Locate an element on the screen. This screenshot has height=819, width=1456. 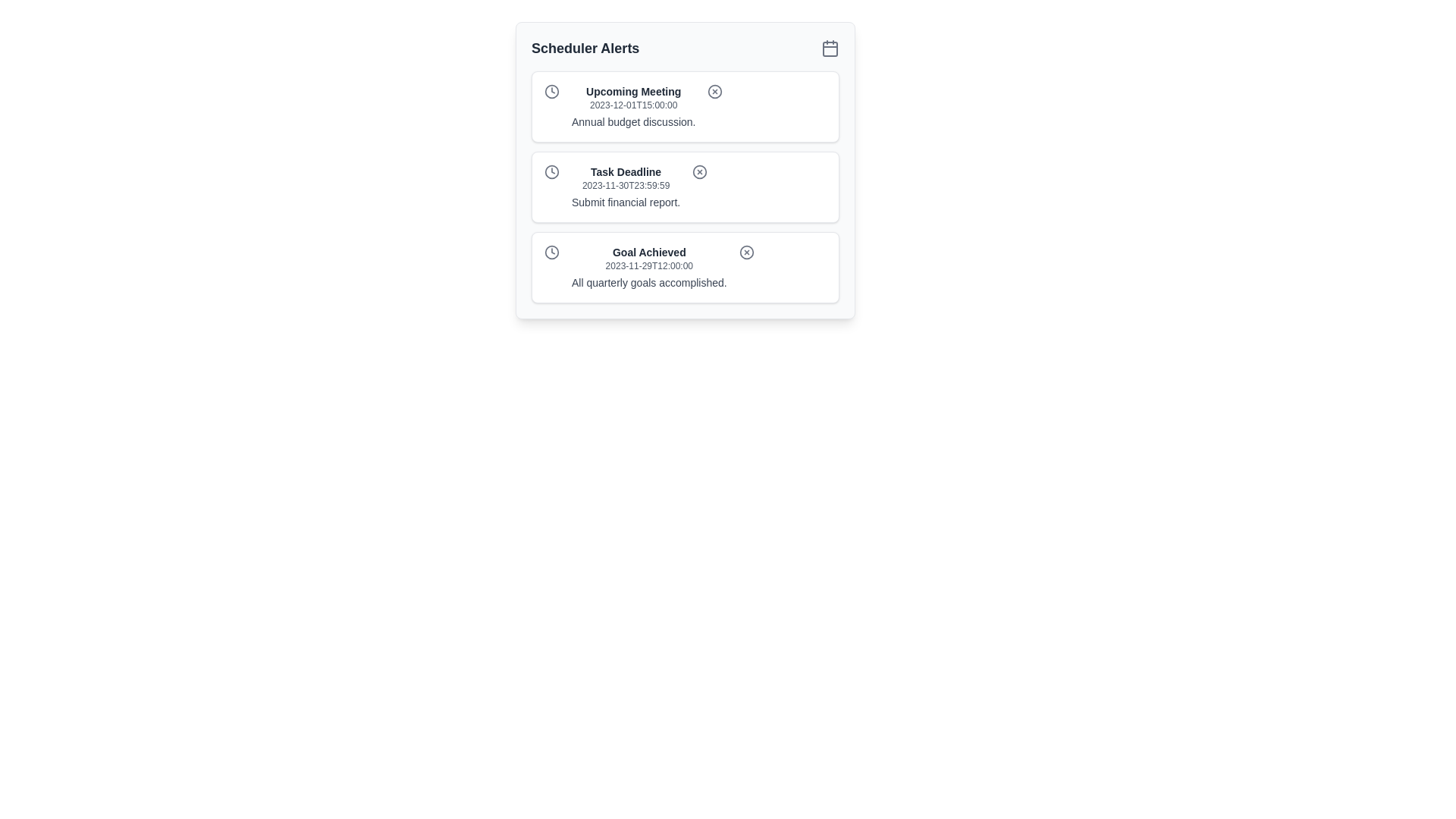
the outer circular border of the clock icon, which visually indicates time-related information in the 'Scheduler Alerts' panel, located to the left of the 'Task Deadline' text is located at coordinates (551, 171).